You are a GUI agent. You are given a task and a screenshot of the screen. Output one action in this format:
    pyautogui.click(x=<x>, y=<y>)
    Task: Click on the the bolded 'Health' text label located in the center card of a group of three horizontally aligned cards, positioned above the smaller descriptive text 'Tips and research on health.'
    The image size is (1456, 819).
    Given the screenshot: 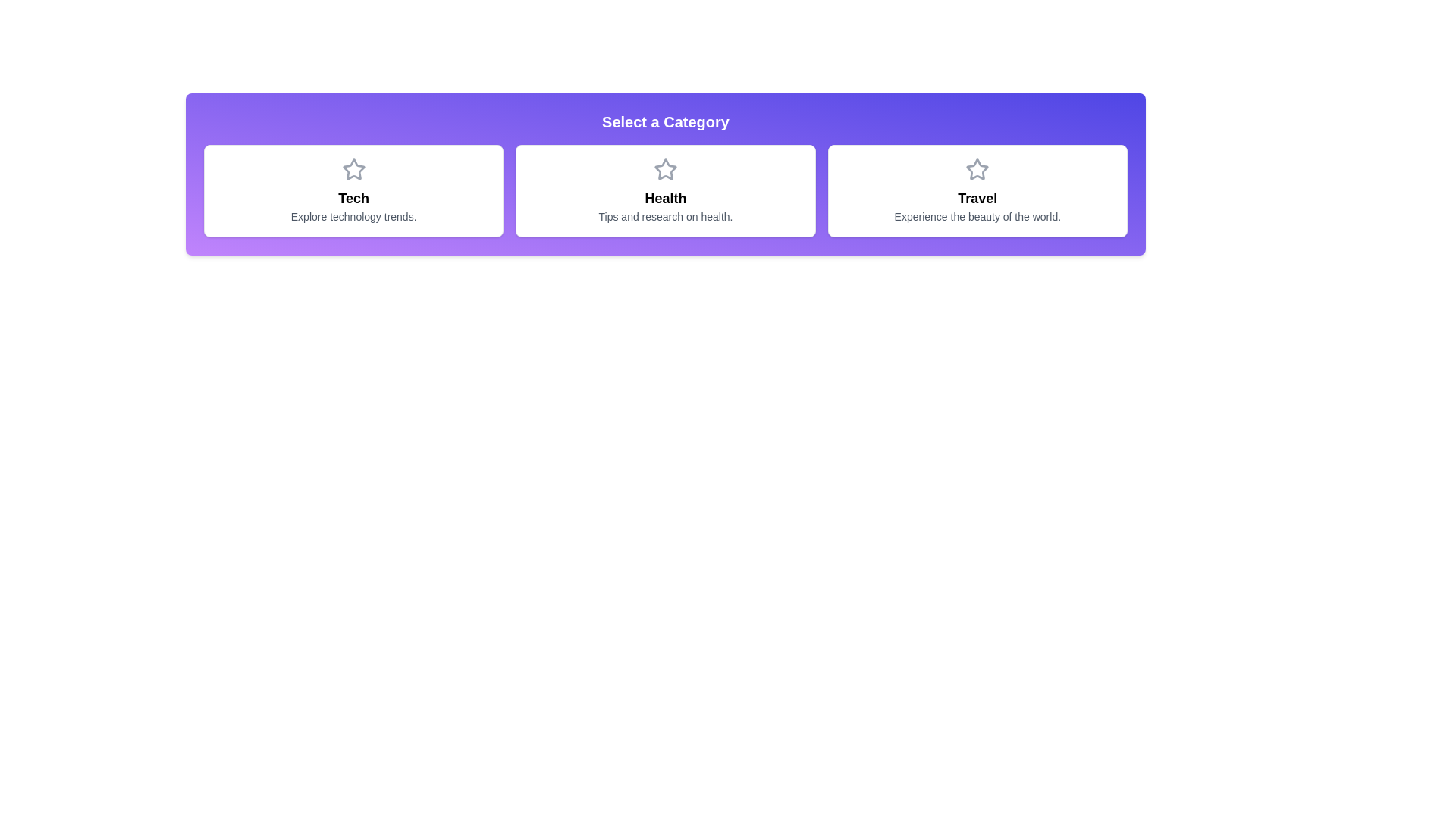 What is the action you would take?
    pyautogui.click(x=666, y=198)
    